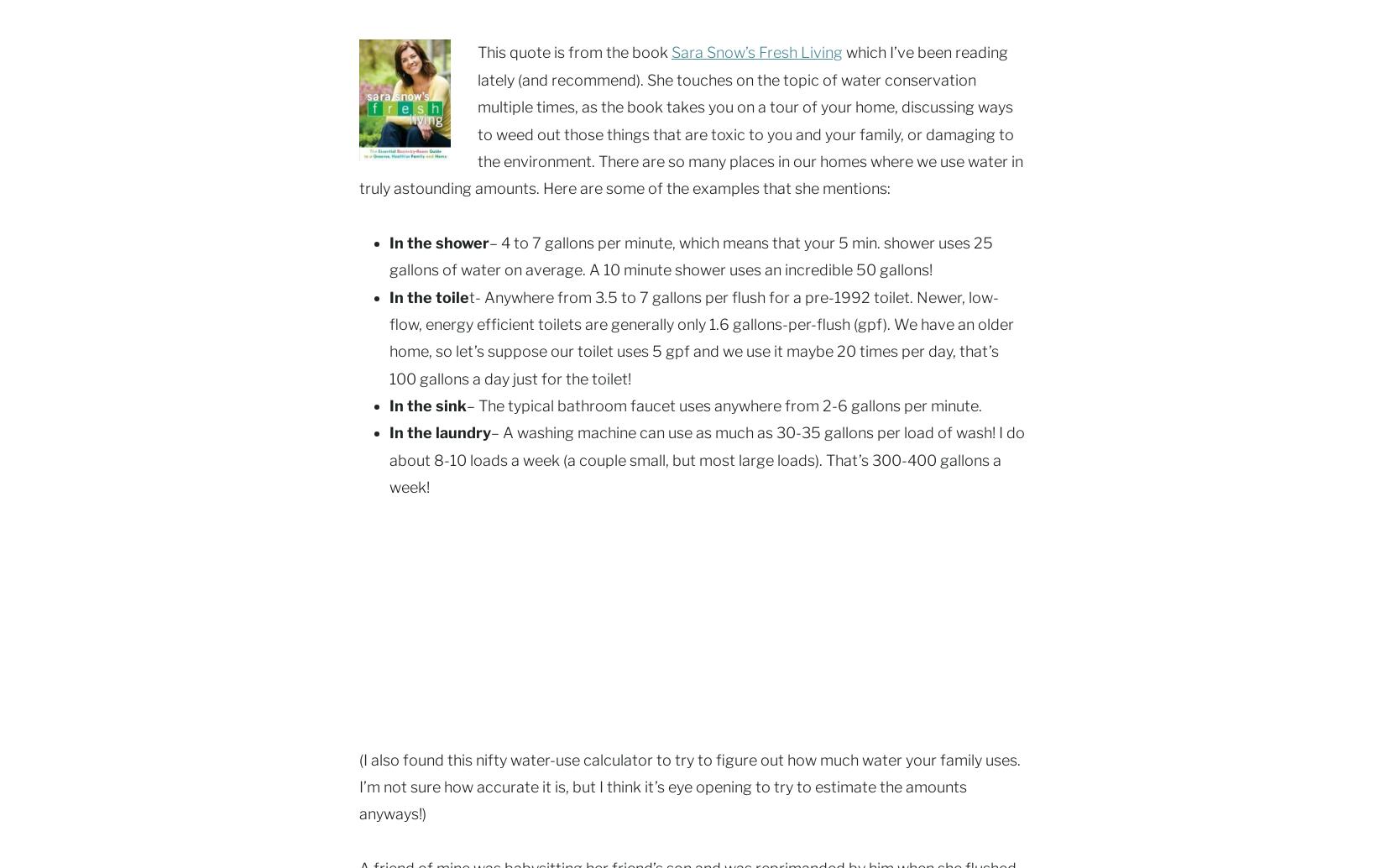 The height and width of the screenshot is (868, 1385). What do you see at coordinates (702, 337) in the screenshot?
I see `'t- Anywhere from 3.5 to 7 gallons per flush for a pre-1992 toilet. Newer, low-flow, energy efficient toilets are generally only 1.6 gallons-per-flush (gpf). We have an older home, so let’s suppose our toilet uses 5 gpf and we use it maybe 20 times per day, that’s 100 gallons a day just for the toilet!'` at bounding box center [702, 337].